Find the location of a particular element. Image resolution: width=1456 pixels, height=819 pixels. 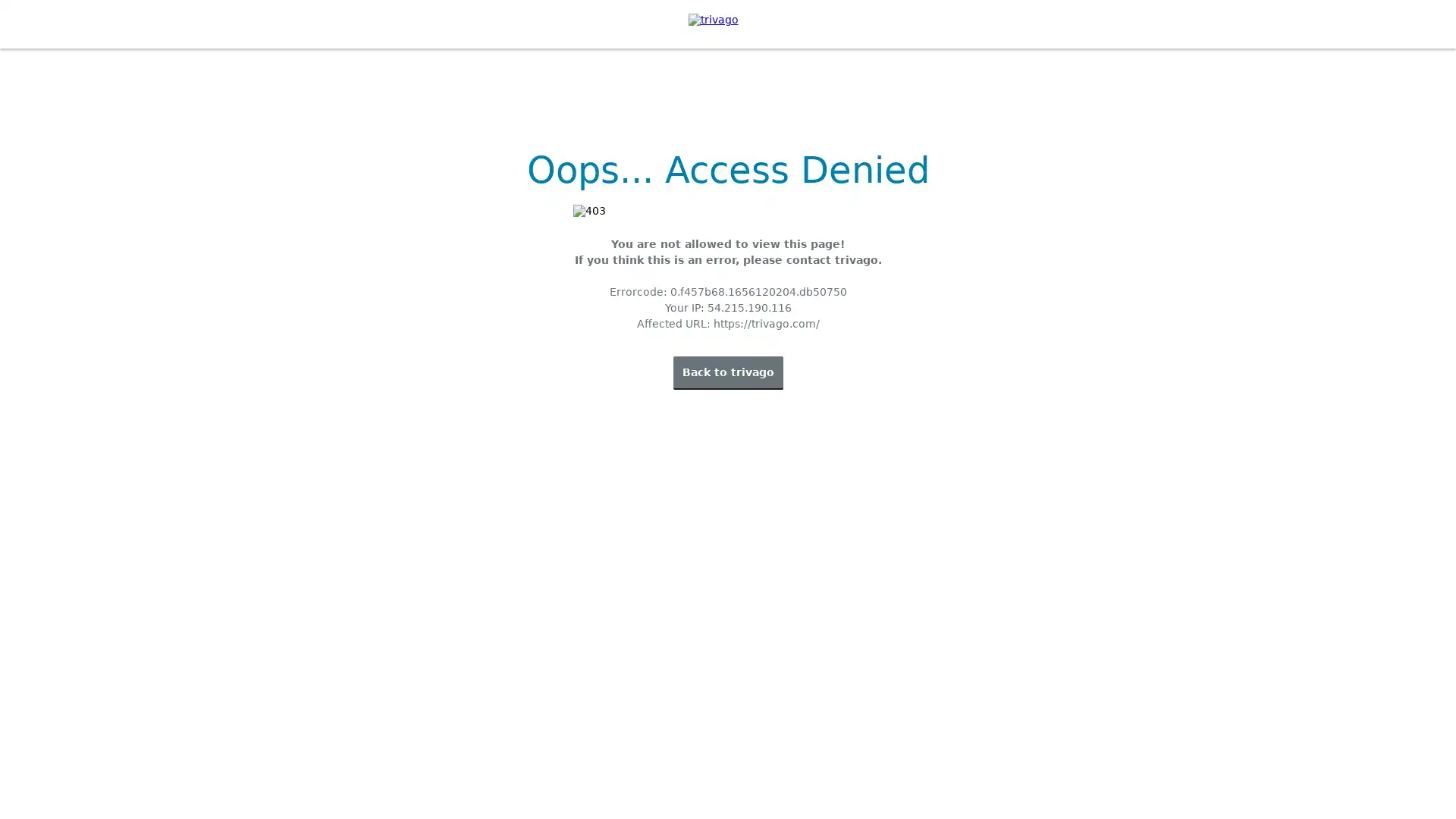

Back to trivago is located at coordinates (726, 372).